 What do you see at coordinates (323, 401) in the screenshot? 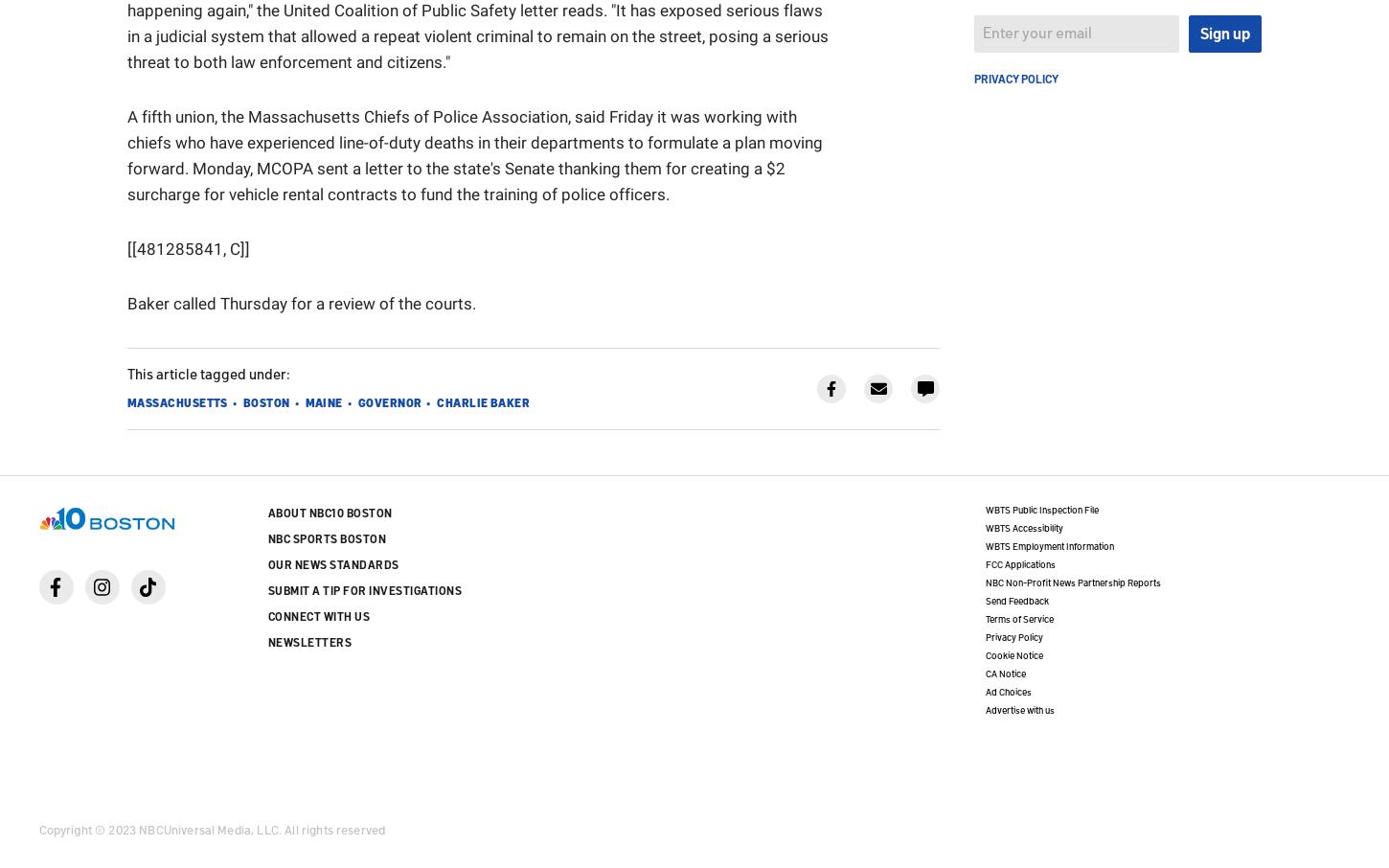
I see `'Maine'` at bounding box center [323, 401].